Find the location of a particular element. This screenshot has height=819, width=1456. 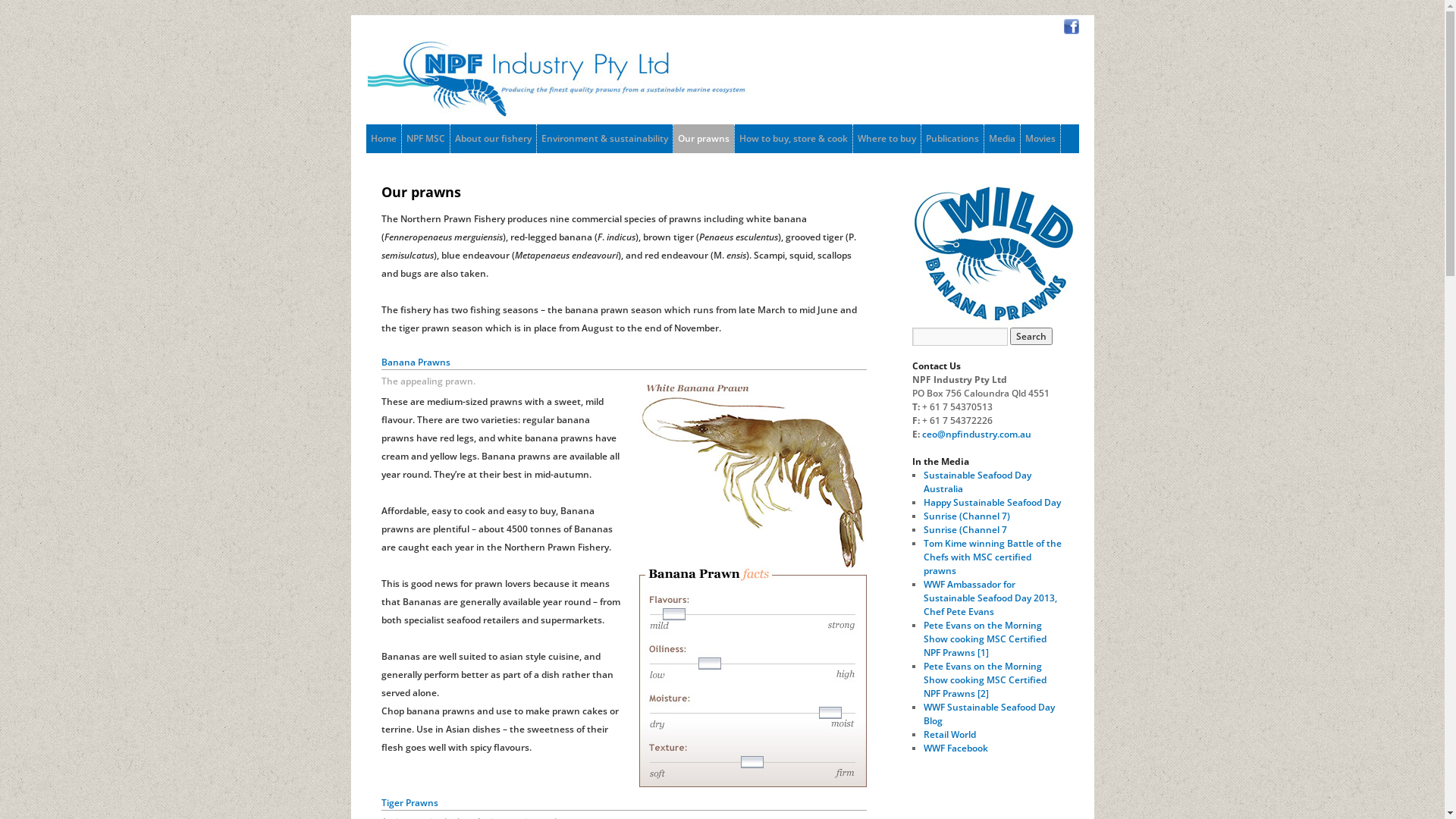

'Sustainable Seafood Day Australia' is located at coordinates (923, 482).